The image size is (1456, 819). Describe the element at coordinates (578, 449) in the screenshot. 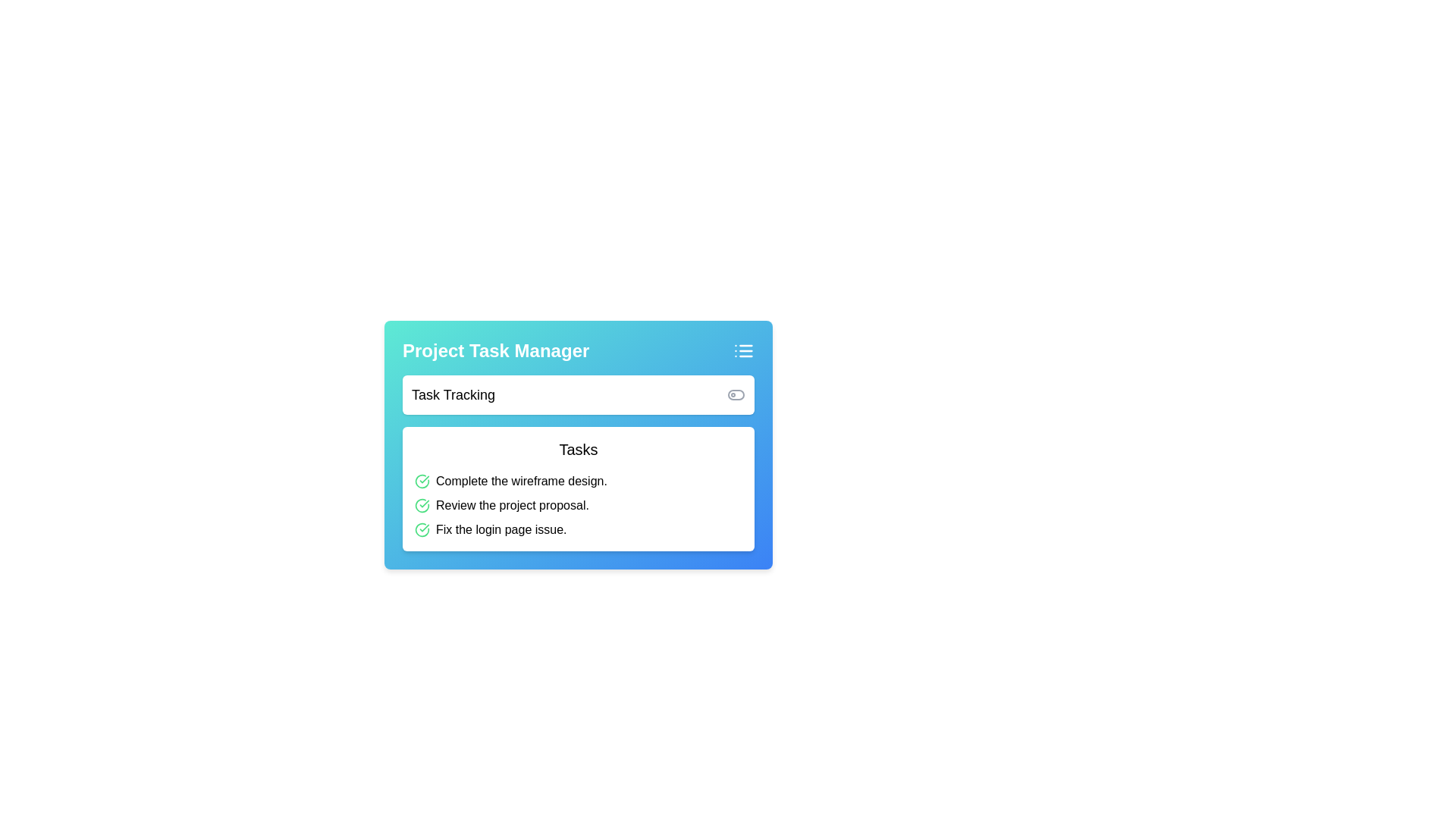

I see `the bold, large-sized text label reading 'Tasks', which serves as a section header above the task list items` at that location.